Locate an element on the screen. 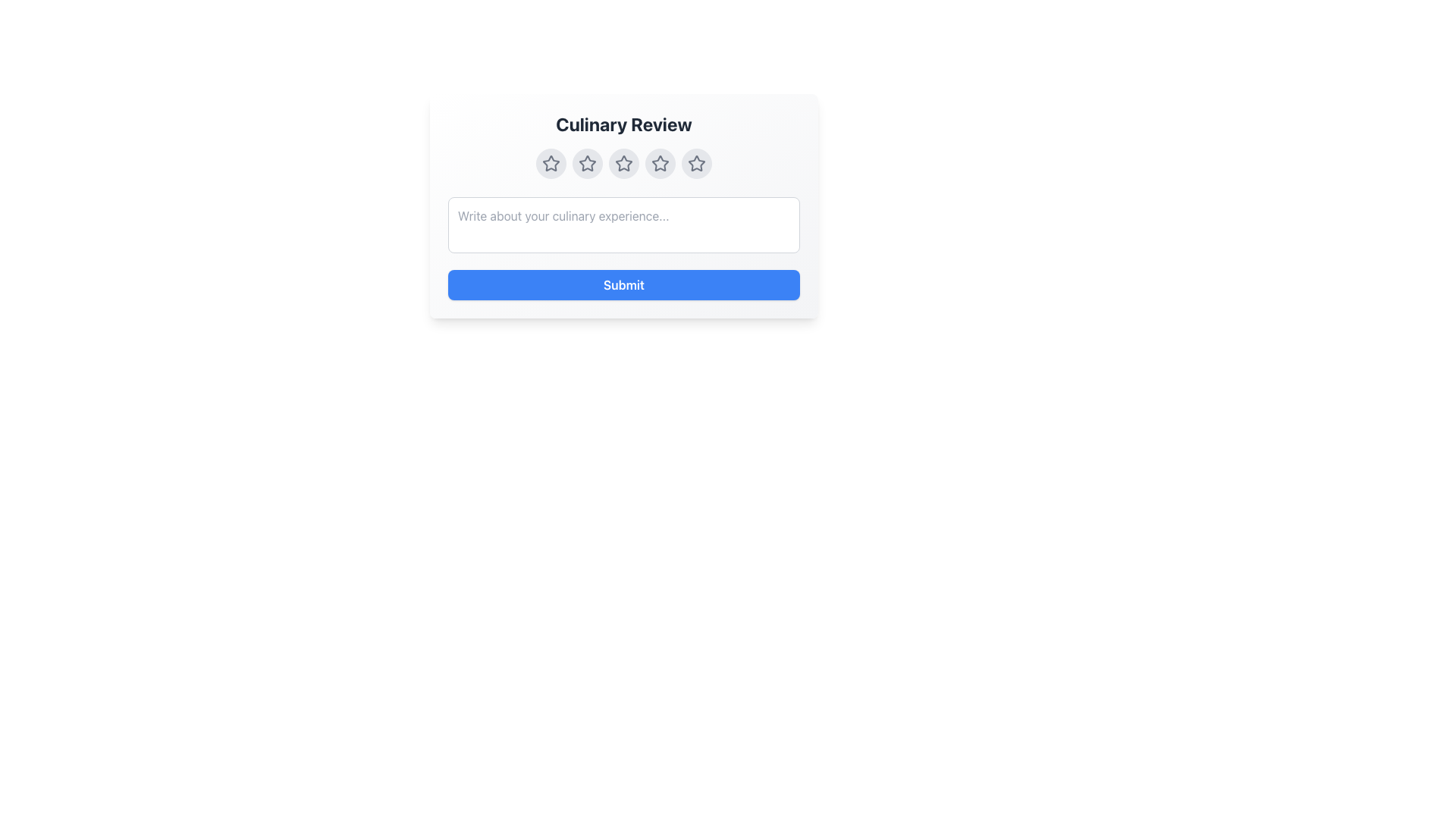  the second star rating icon in the row, which is a gray outlined star is located at coordinates (586, 164).